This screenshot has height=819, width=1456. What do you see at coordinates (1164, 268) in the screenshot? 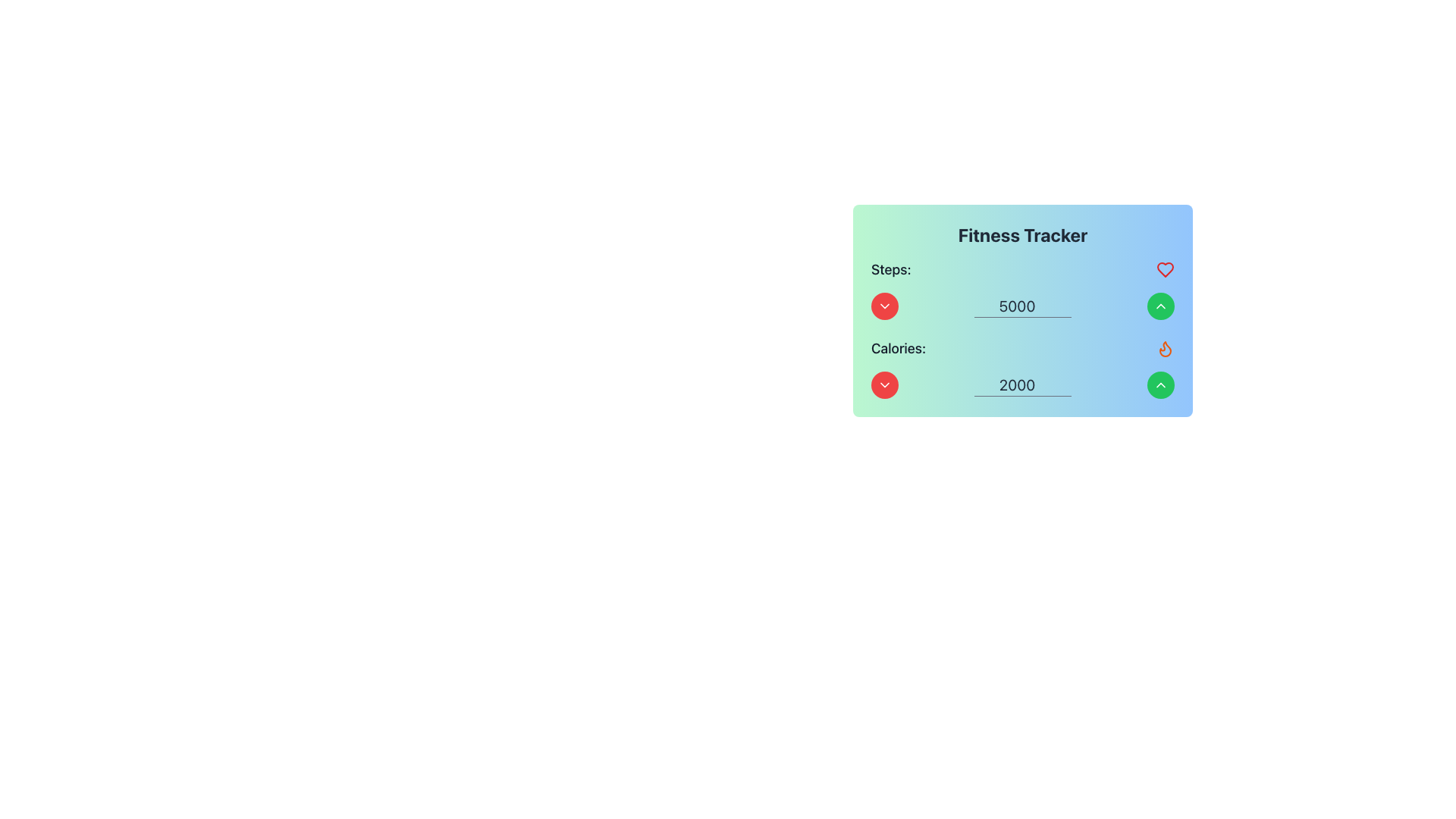
I see `the heart-shaped icon located to the right of the label 'Steps:' to like or favorite the associated category` at bounding box center [1164, 268].